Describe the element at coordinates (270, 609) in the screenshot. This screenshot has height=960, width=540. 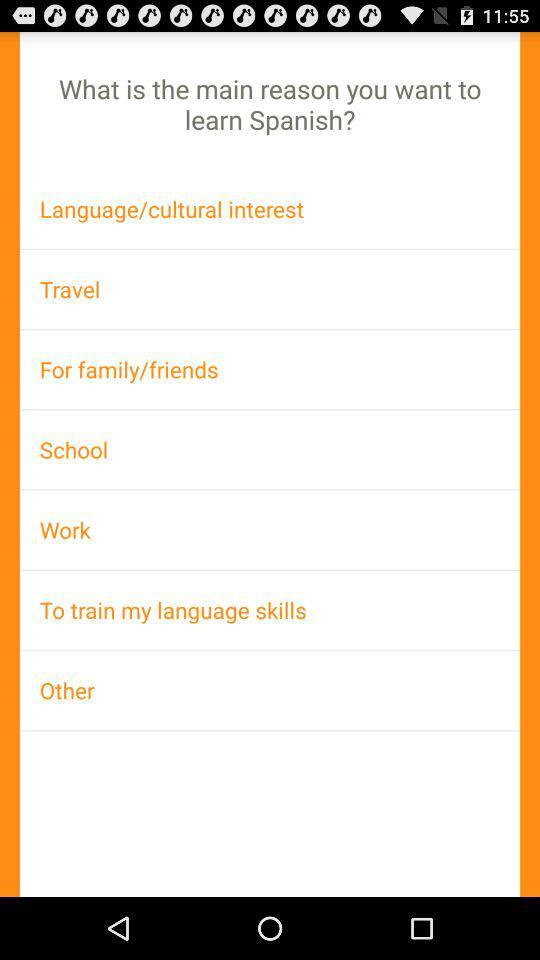
I see `to train my item` at that location.